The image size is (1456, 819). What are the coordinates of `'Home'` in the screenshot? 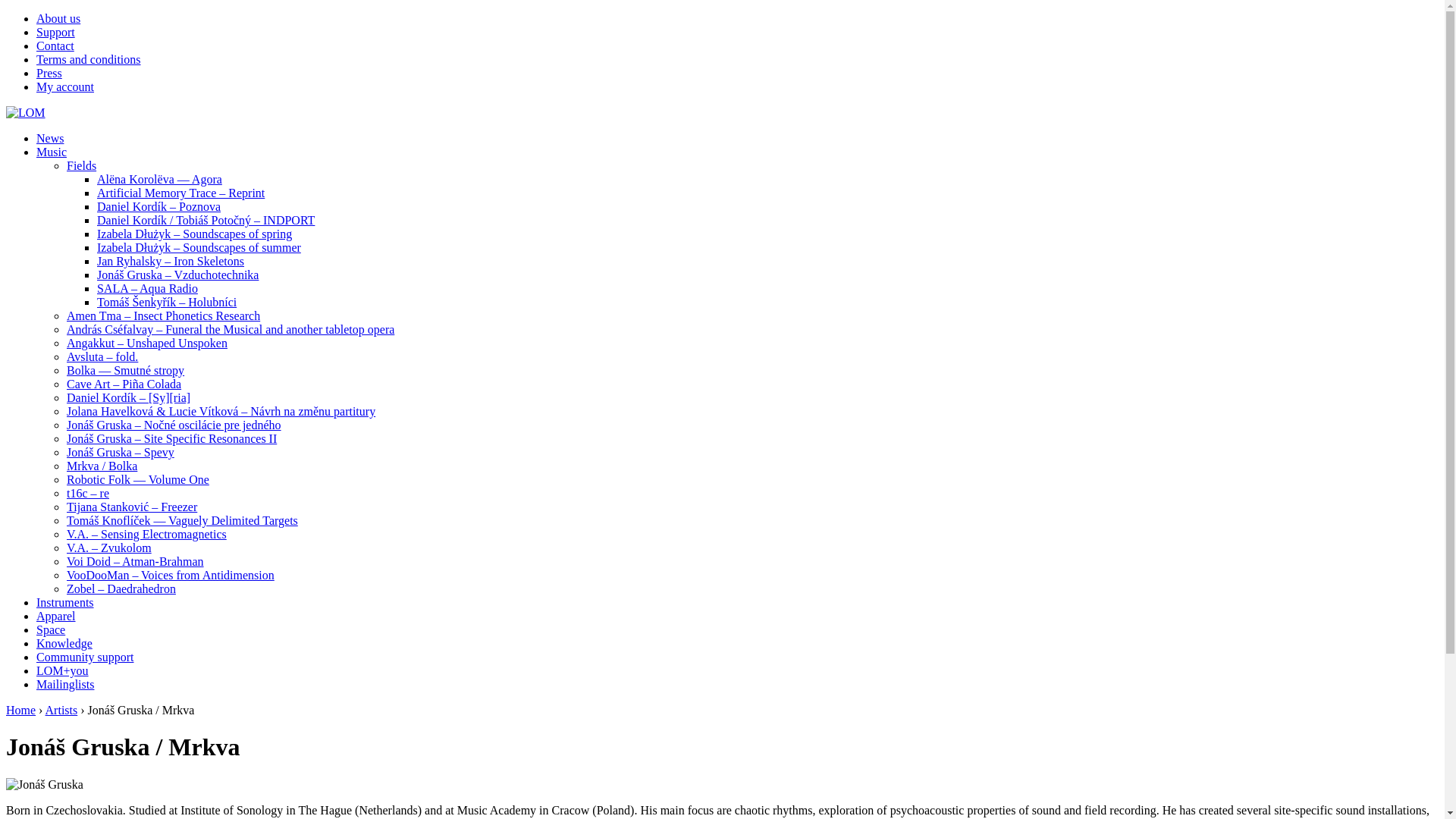 It's located at (20, 710).